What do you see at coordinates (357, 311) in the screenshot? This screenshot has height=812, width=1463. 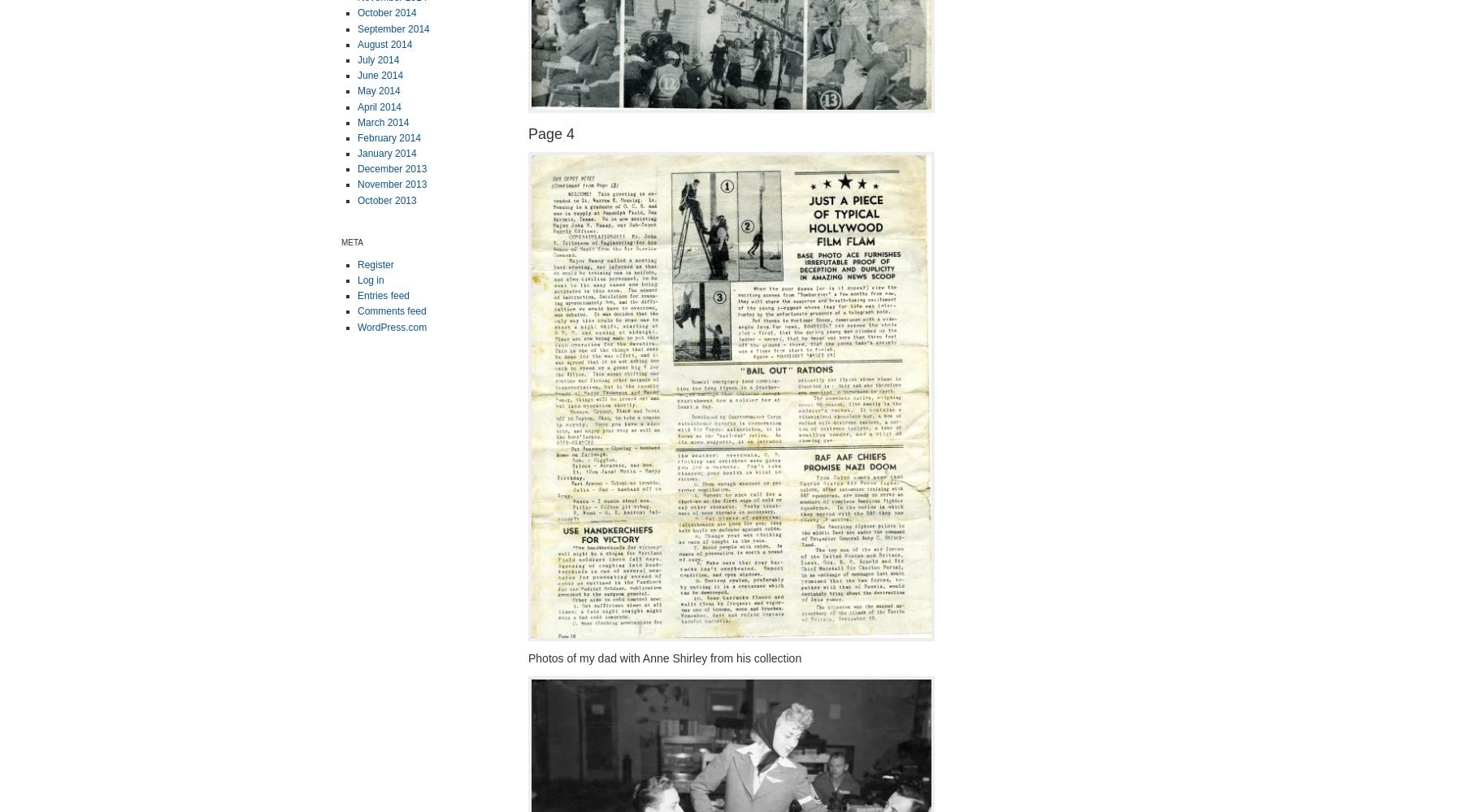 I see `'Comments feed'` at bounding box center [357, 311].